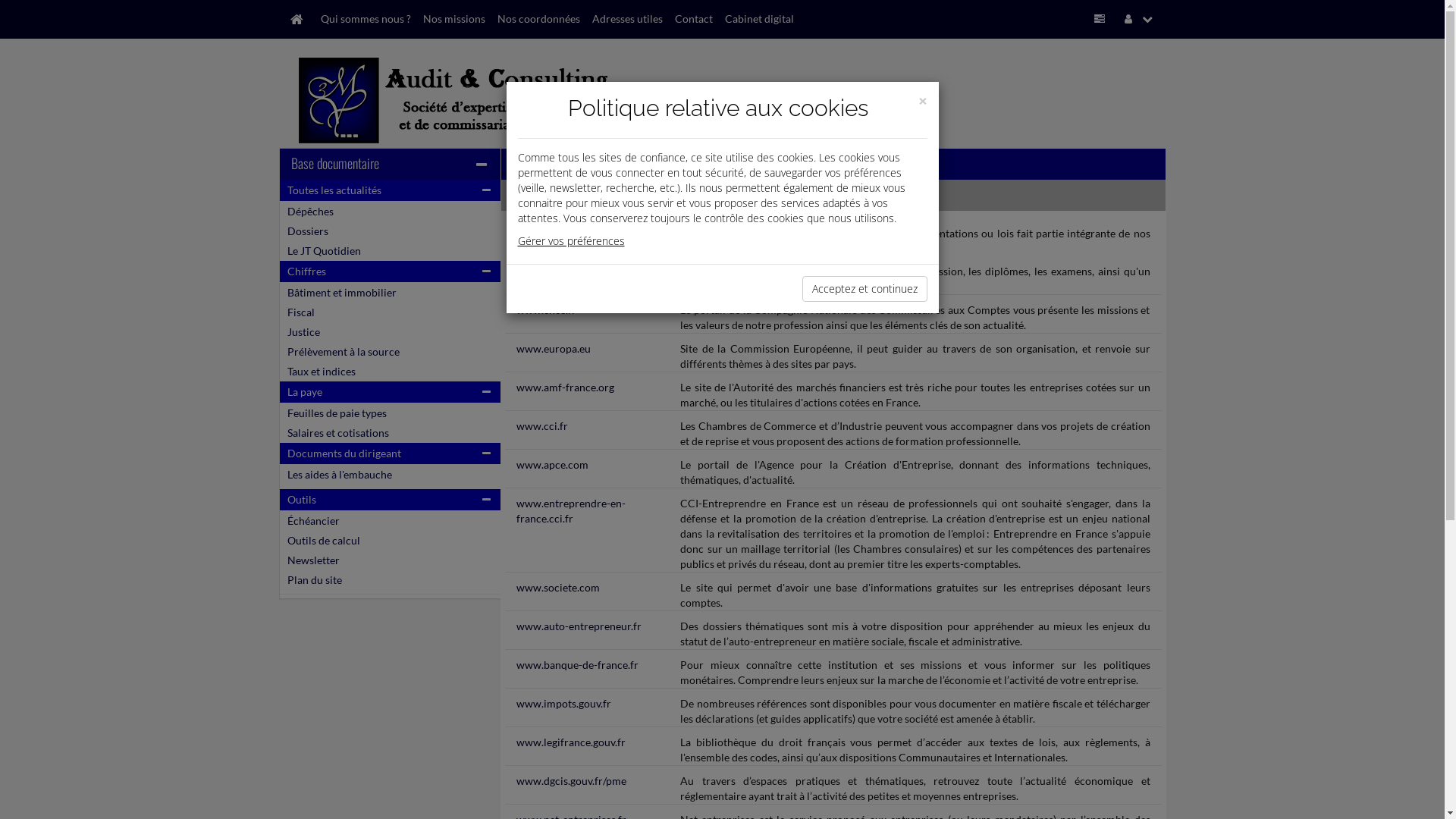 Image resolution: width=1456 pixels, height=819 pixels. Describe the element at coordinates (578, 626) in the screenshot. I see `'www.auto-entrepreneur.fr'` at that location.